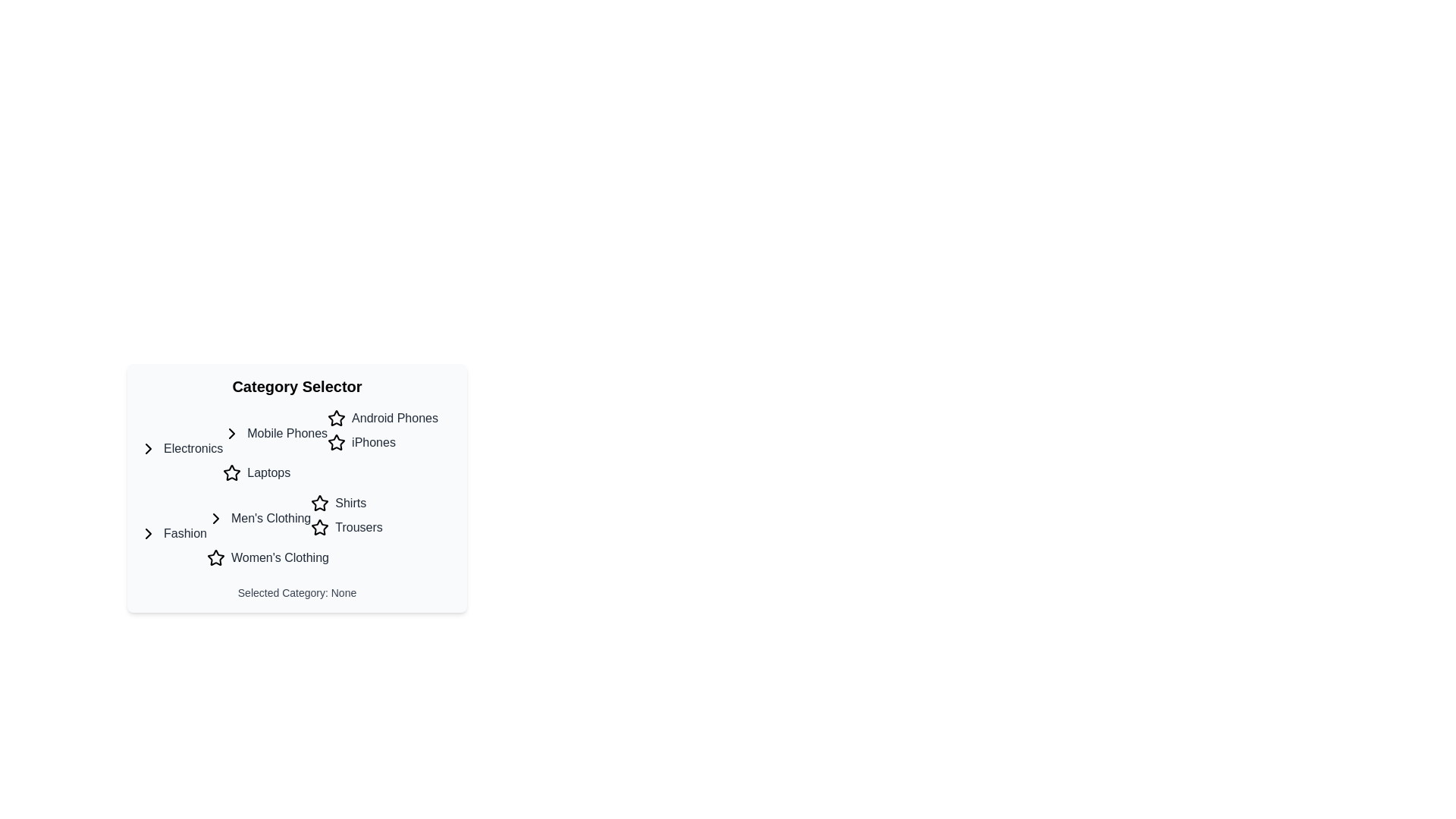 This screenshot has height=819, width=1456. Describe the element at coordinates (346, 503) in the screenshot. I see `the 'Shirts' category option, which is represented by a star icon followed by the text 'Shirts' in dark grey, located under the 'Men's Clothing' section of the 'Fashion' category` at that location.